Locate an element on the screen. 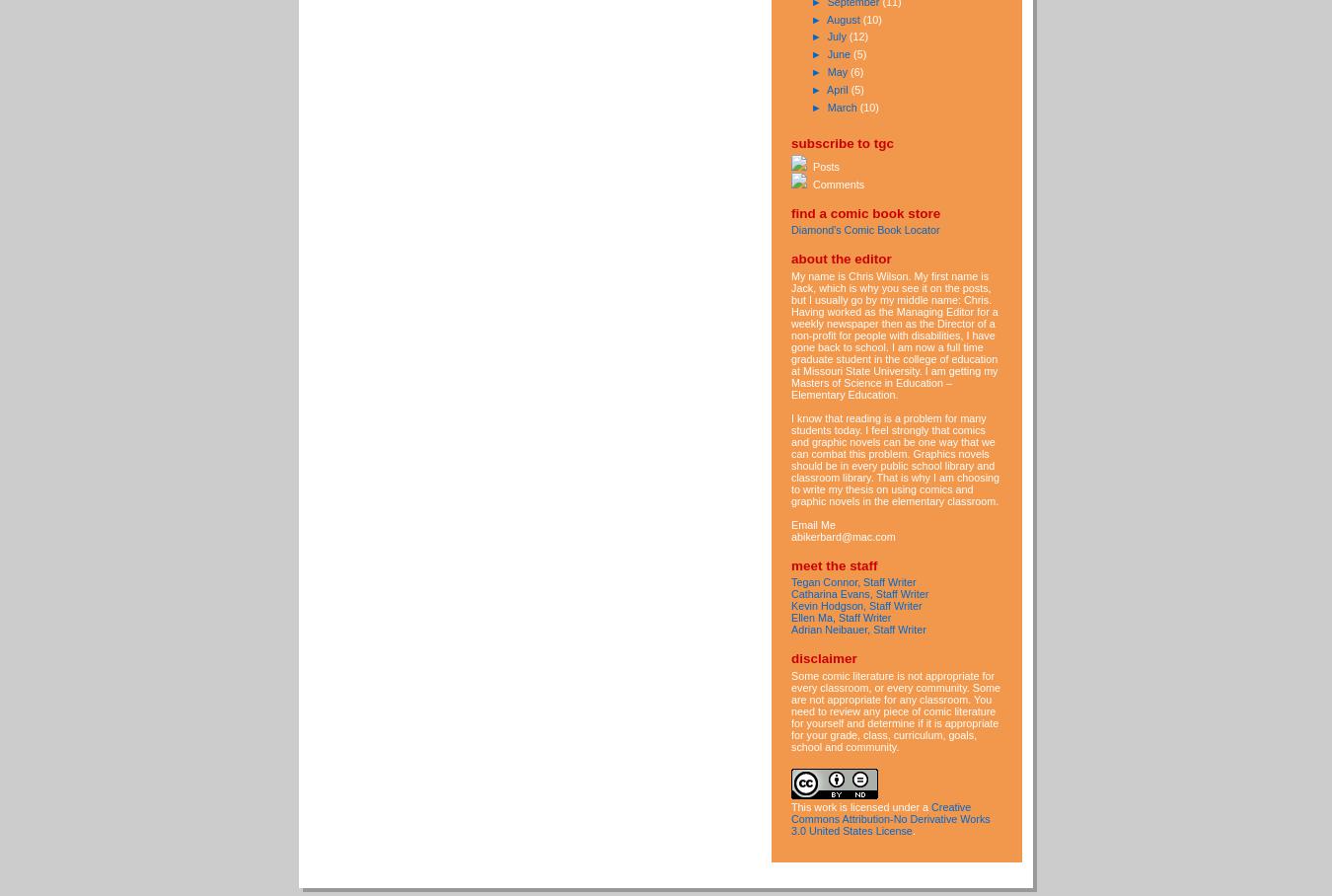  'March' is located at coordinates (843, 105).